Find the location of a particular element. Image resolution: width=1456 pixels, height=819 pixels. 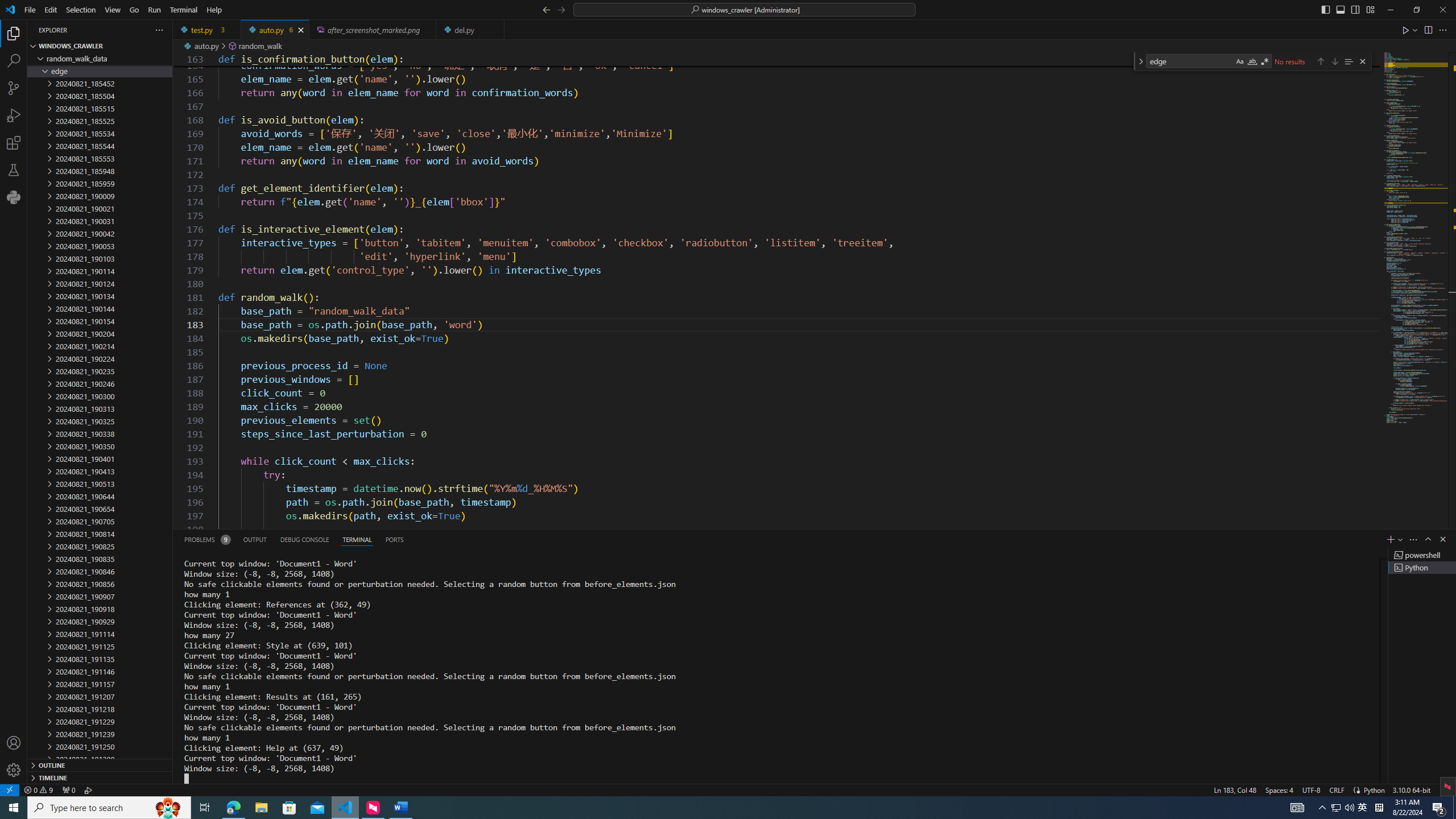

'Ln 183, Col 48' is located at coordinates (1235, 789).